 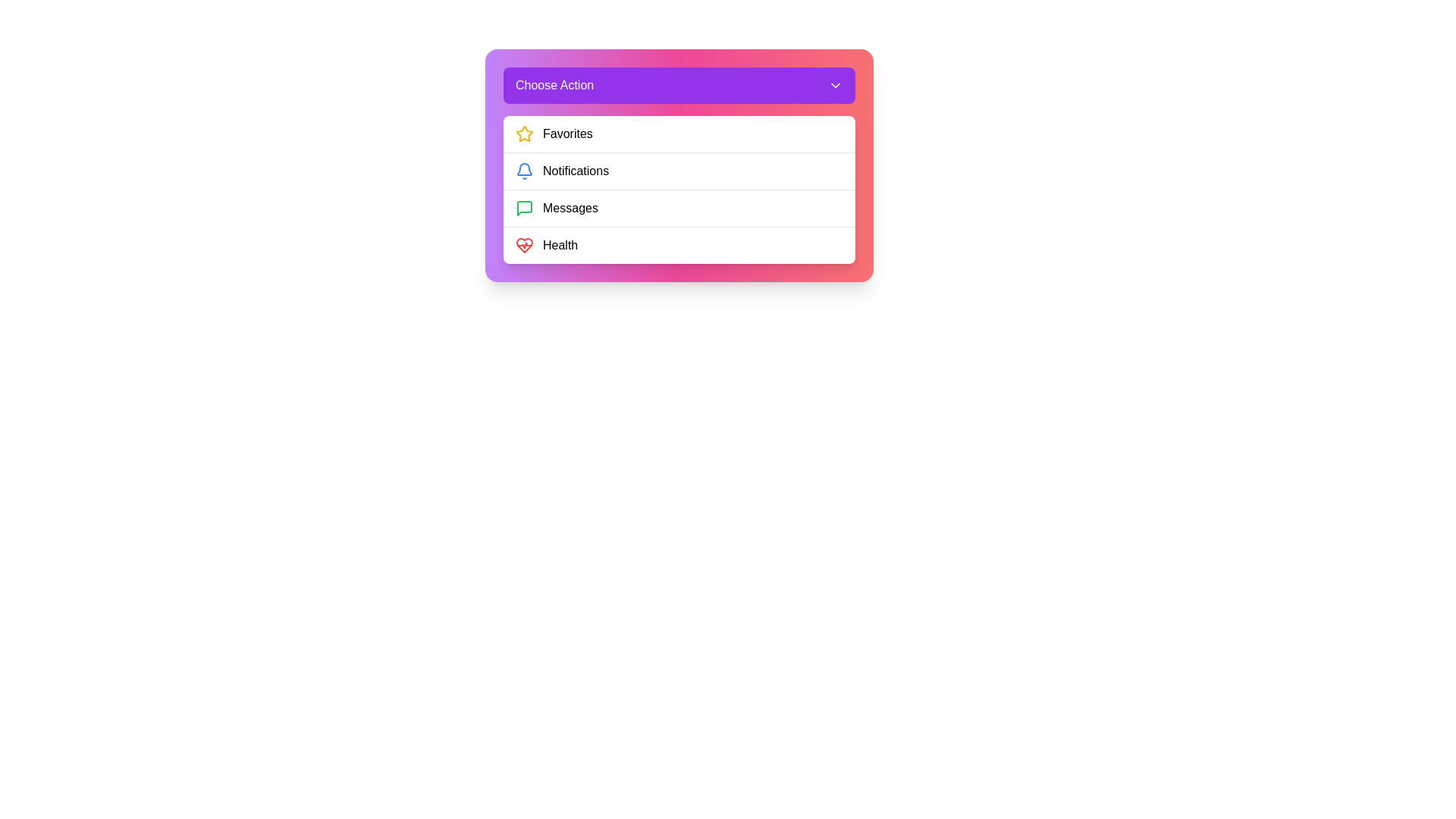 I want to click on the 'Messages' option in the dropdown menu, so click(x=570, y=208).